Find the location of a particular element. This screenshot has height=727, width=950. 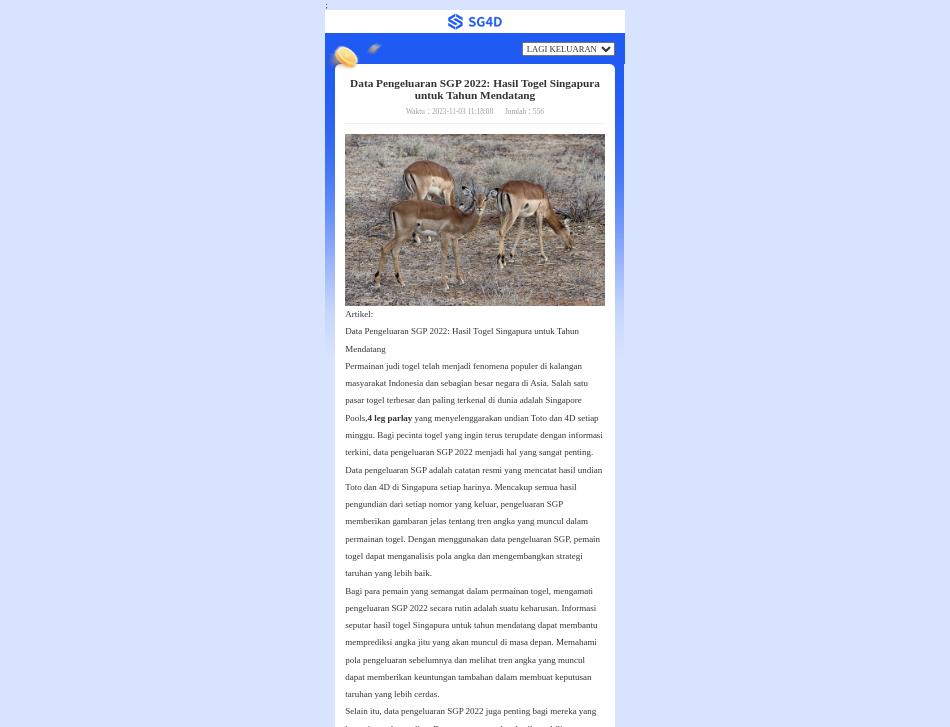

'4 leg parlay' is located at coordinates (388, 416).